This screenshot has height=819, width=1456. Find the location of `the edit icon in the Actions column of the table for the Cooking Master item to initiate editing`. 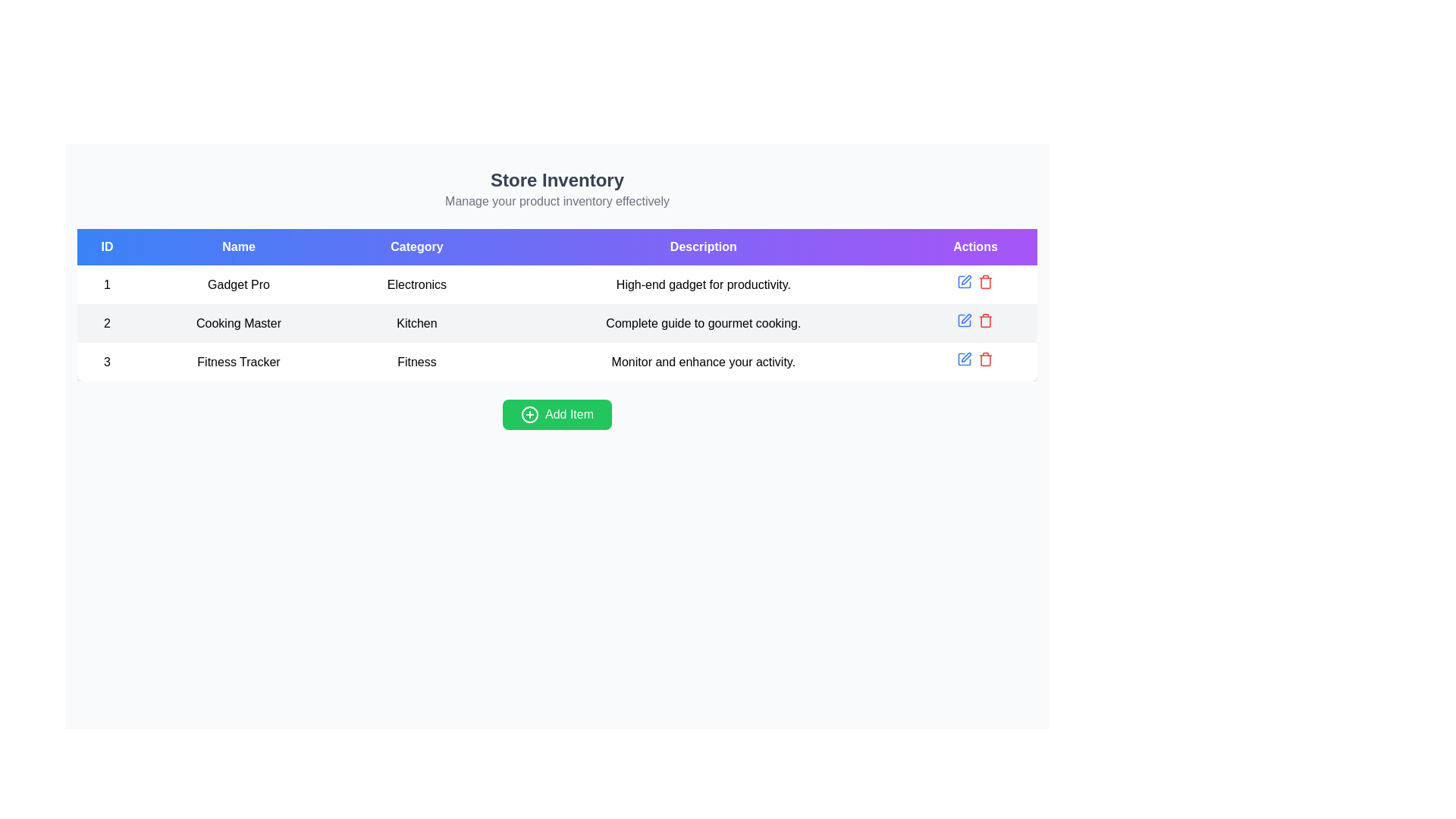

the edit icon in the Actions column of the table for the Cooking Master item to initiate editing is located at coordinates (964, 320).